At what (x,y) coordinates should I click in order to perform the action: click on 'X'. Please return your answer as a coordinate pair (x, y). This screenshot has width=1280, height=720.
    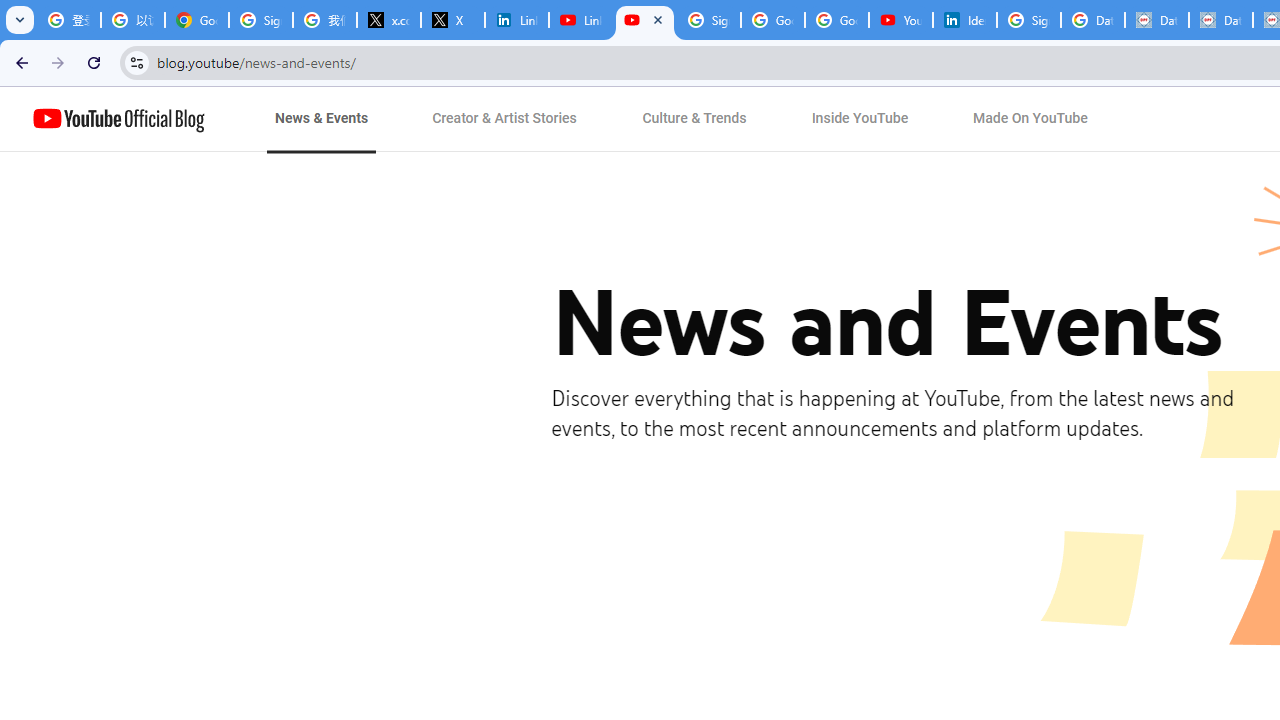
    Looking at the image, I should click on (452, 20).